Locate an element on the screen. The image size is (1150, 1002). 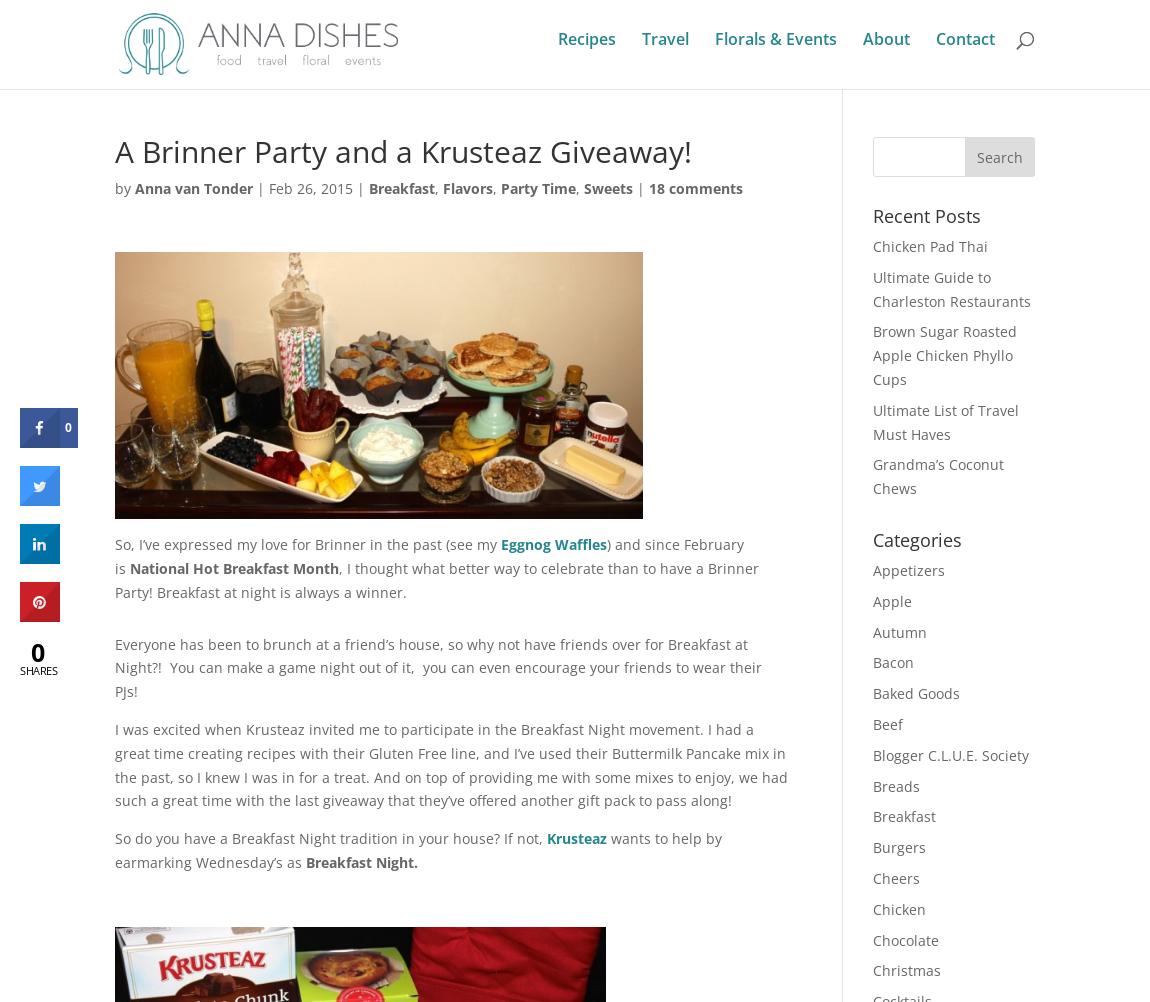
'Baked Goods' is located at coordinates (872, 693).